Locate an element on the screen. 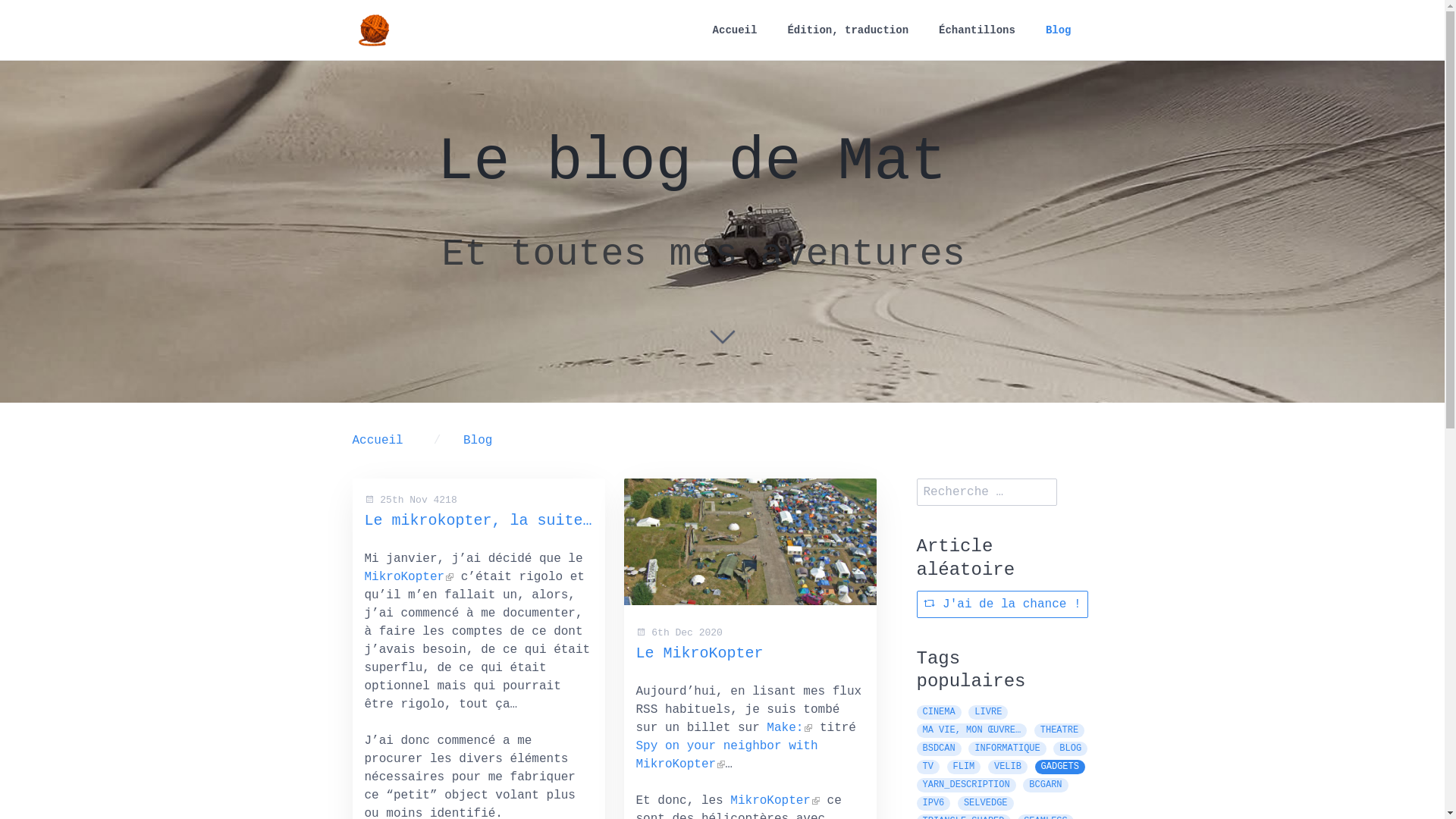 This screenshot has width=1456, height=819. 'Accueil' is located at coordinates (735, 30).